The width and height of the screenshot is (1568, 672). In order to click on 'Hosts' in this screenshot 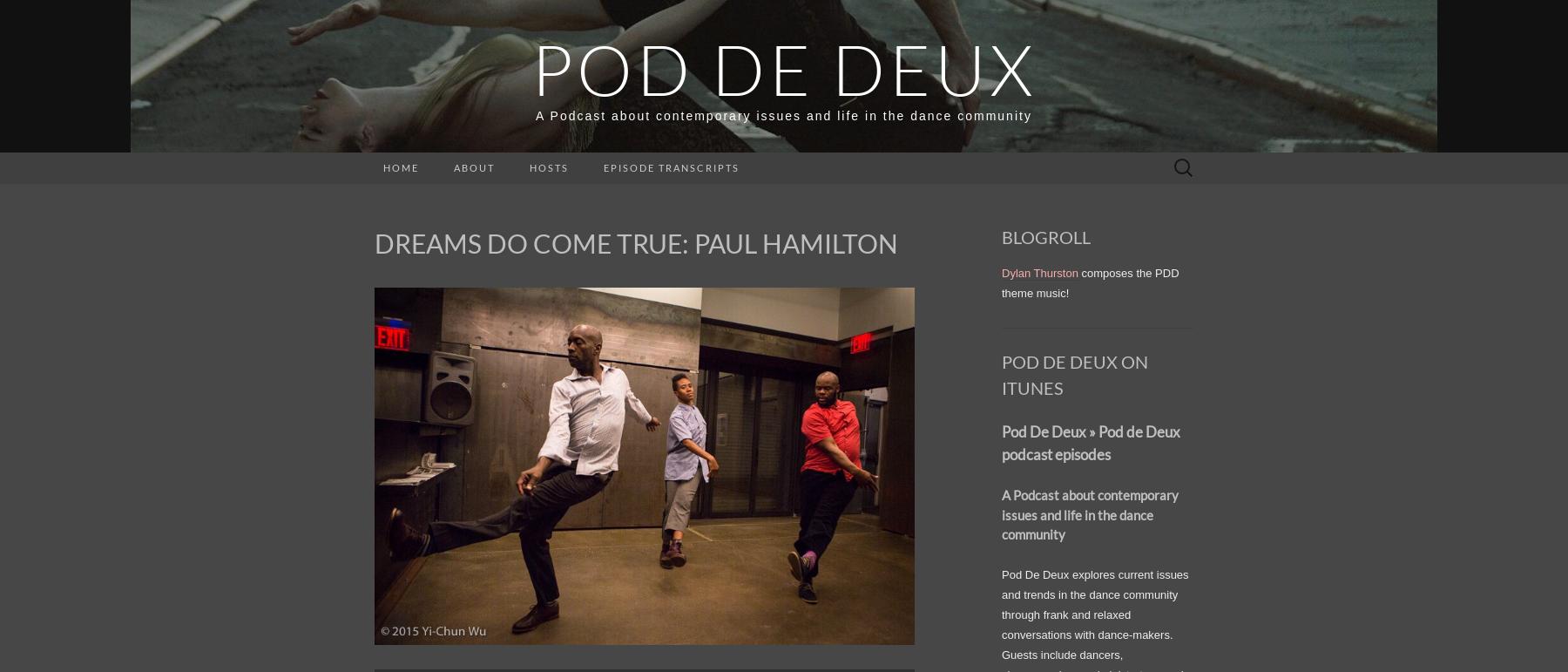, I will do `click(549, 167)`.